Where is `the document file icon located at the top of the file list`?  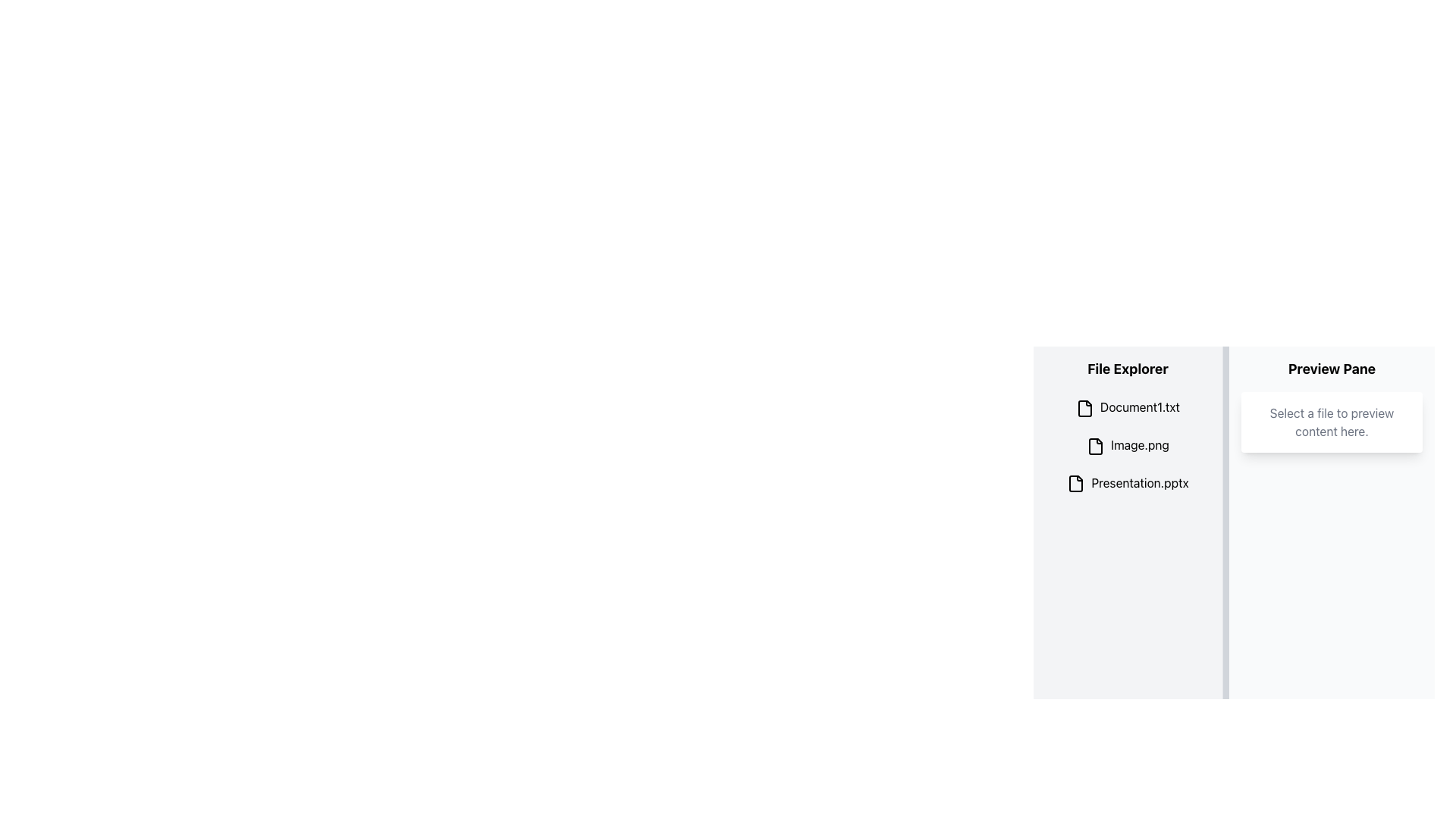 the document file icon located at the top of the file list is located at coordinates (1084, 406).